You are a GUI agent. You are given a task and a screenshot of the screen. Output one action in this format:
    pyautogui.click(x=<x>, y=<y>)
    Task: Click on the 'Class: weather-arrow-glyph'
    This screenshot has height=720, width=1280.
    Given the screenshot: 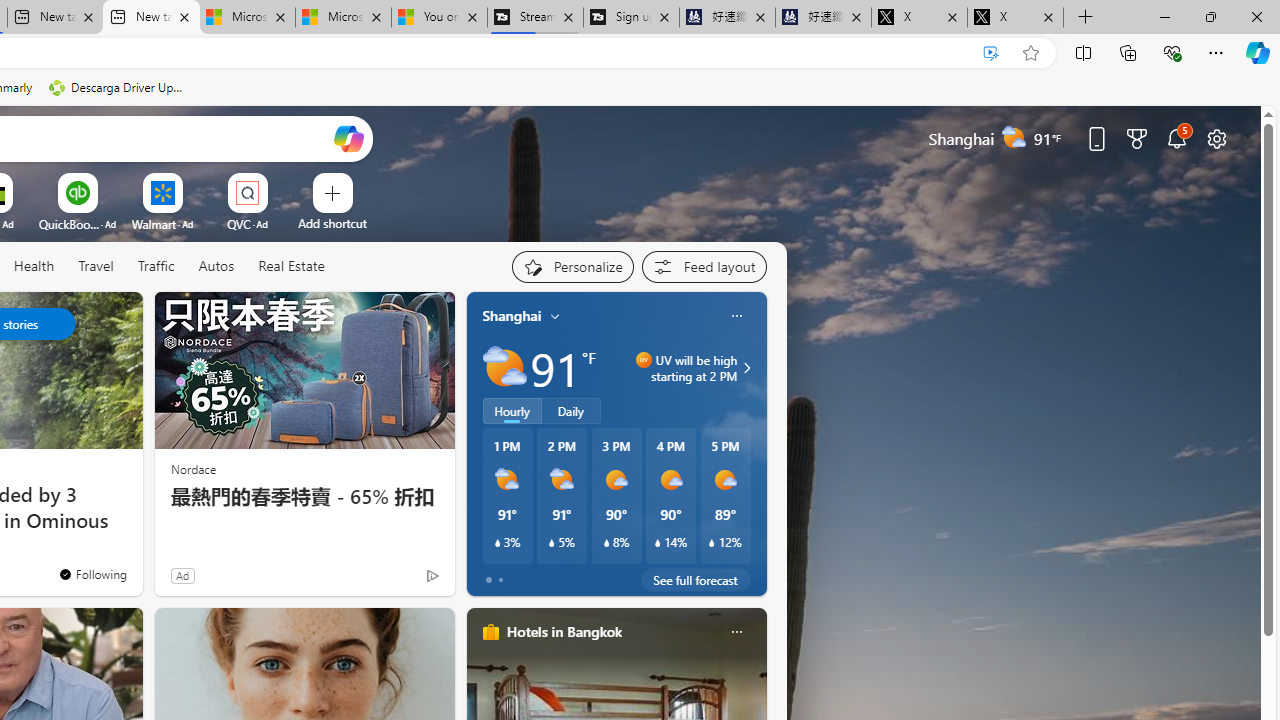 What is the action you would take?
    pyautogui.click(x=745, y=367)
    